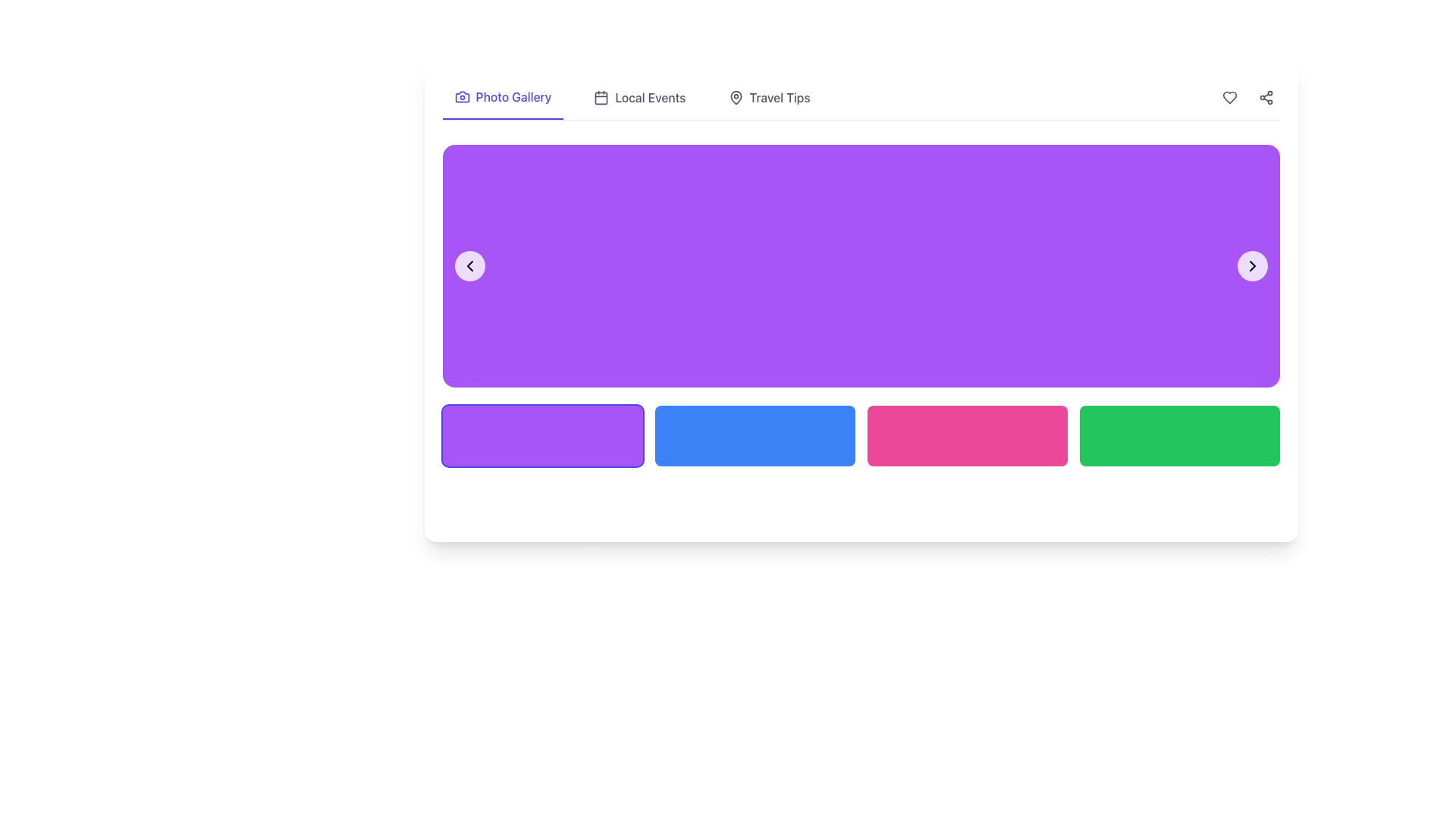 This screenshot has width=1456, height=819. I want to click on the calendar icon representing the 'Local Events' navigation item, which is a compact rectangle with rounded corners and internal lines indicating a calendar layout, so click(601, 97).